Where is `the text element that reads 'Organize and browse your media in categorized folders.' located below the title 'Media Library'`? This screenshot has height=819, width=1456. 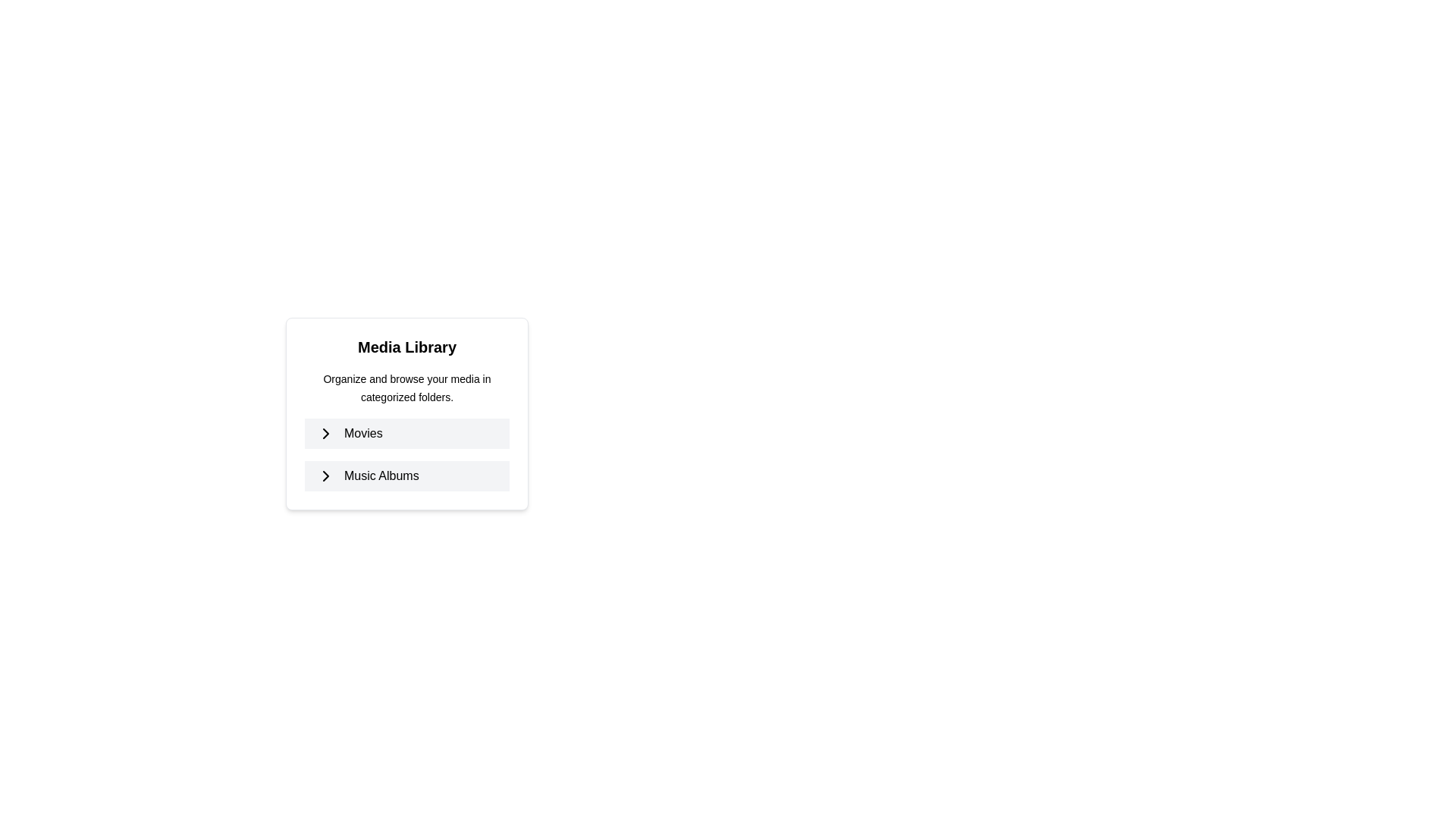
the text element that reads 'Organize and browse your media in categorized folders.' located below the title 'Media Library' is located at coordinates (407, 388).